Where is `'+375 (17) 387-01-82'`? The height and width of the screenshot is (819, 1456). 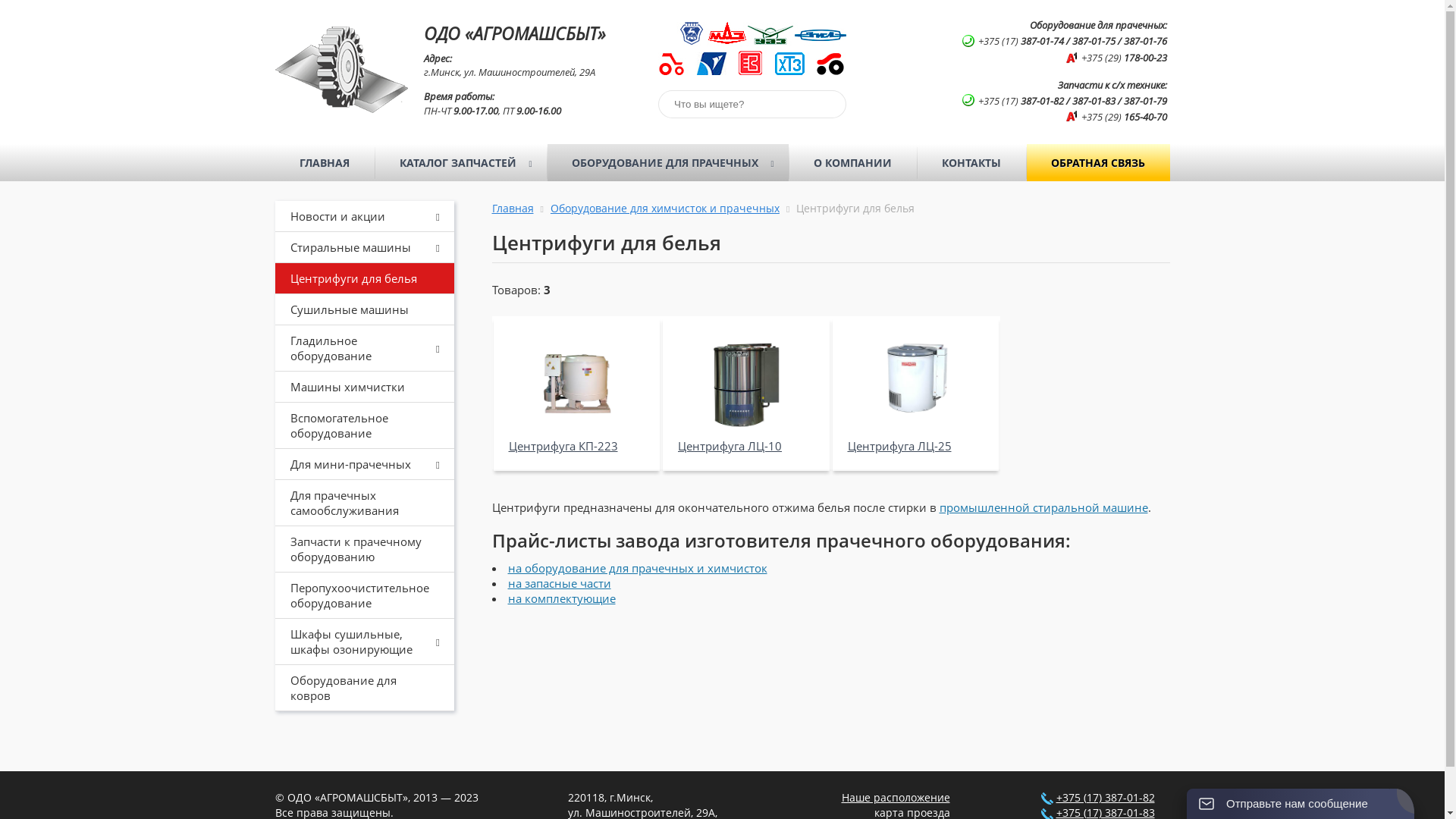 '+375 (17) 387-01-82' is located at coordinates (1105, 797).